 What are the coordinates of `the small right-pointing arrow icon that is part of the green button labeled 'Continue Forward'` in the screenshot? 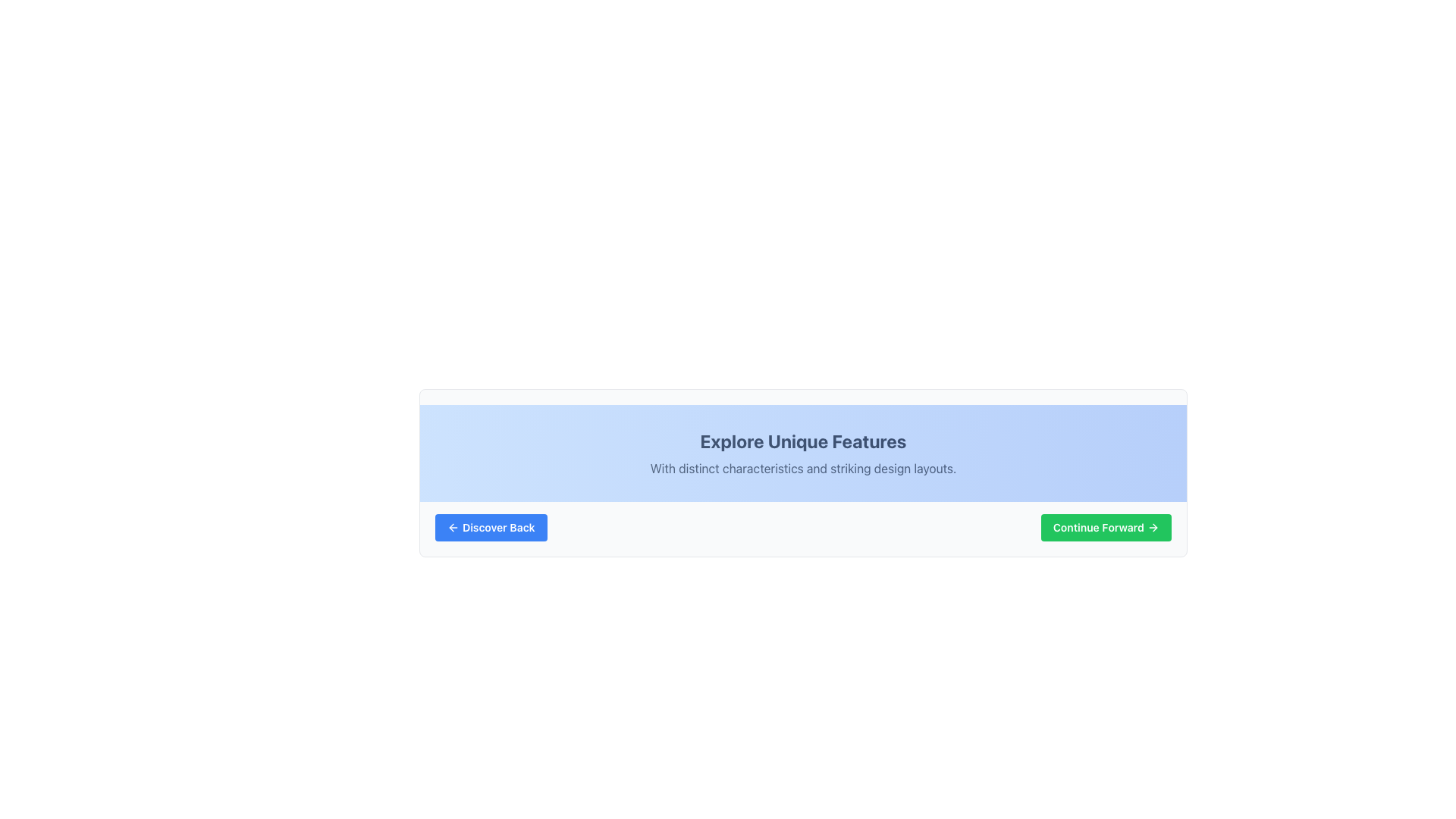 It's located at (1154, 526).